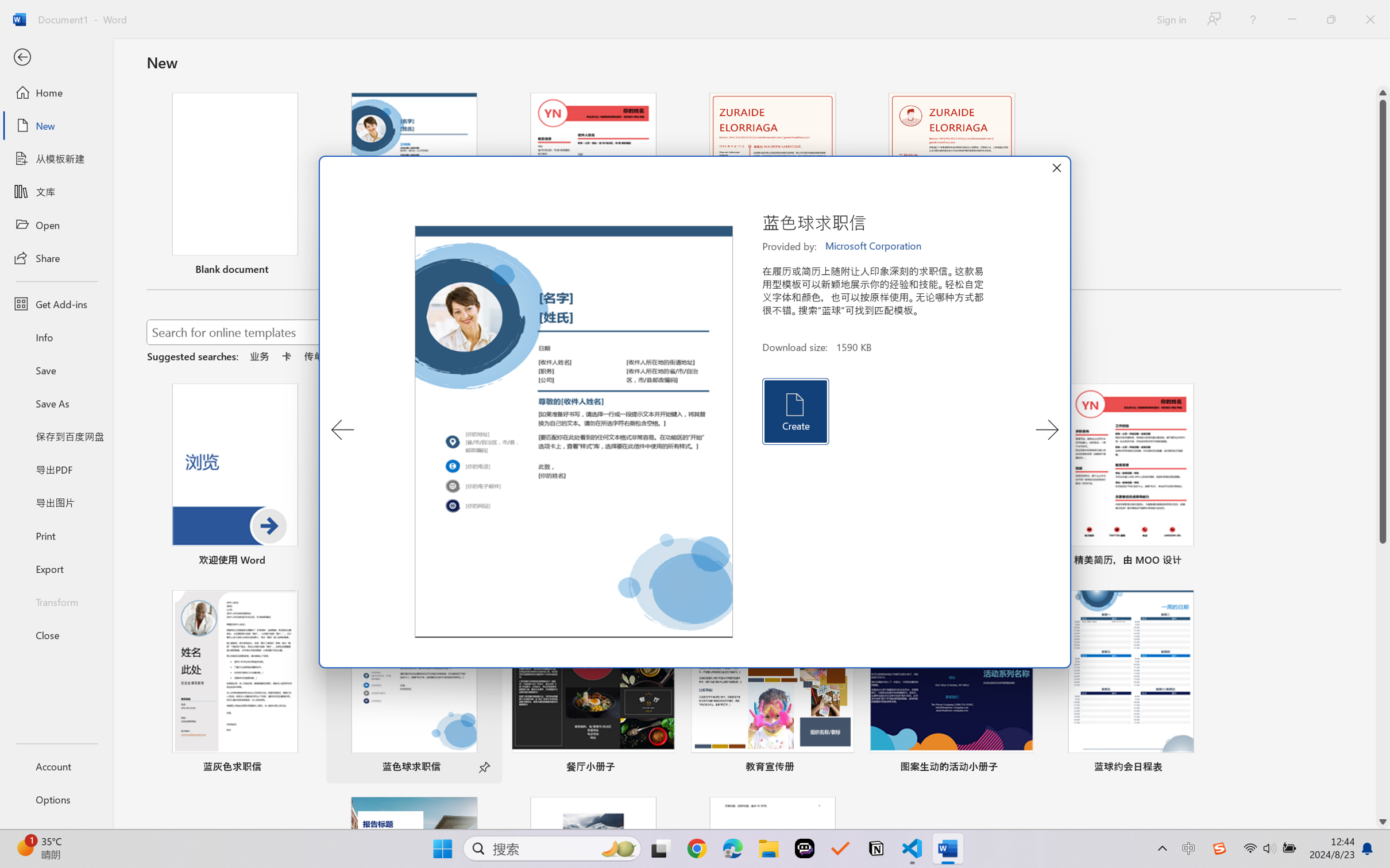 The image size is (1390, 868). What do you see at coordinates (56, 799) in the screenshot?
I see `'Options'` at bounding box center [56, 799].